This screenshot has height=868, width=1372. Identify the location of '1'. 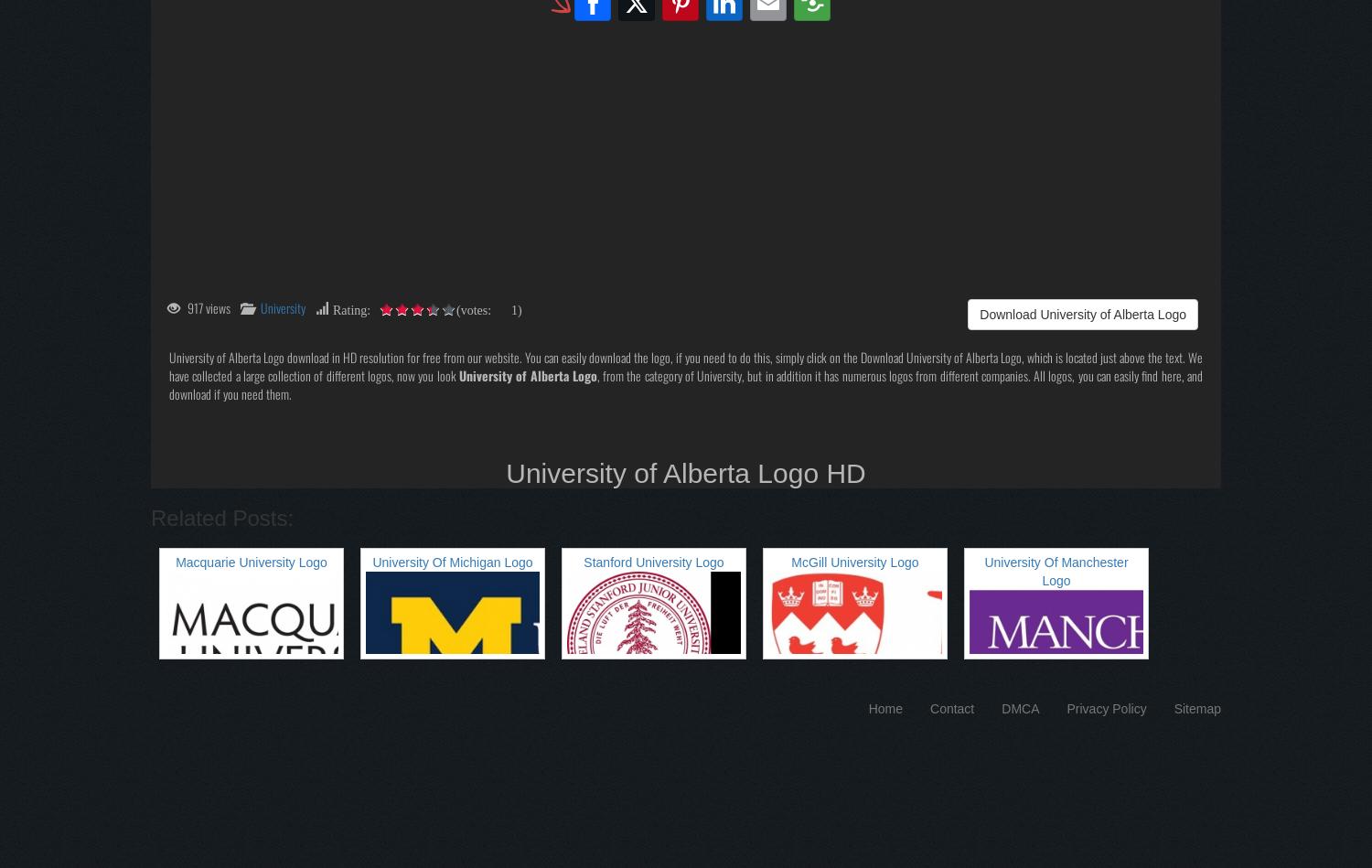
(511, 307).